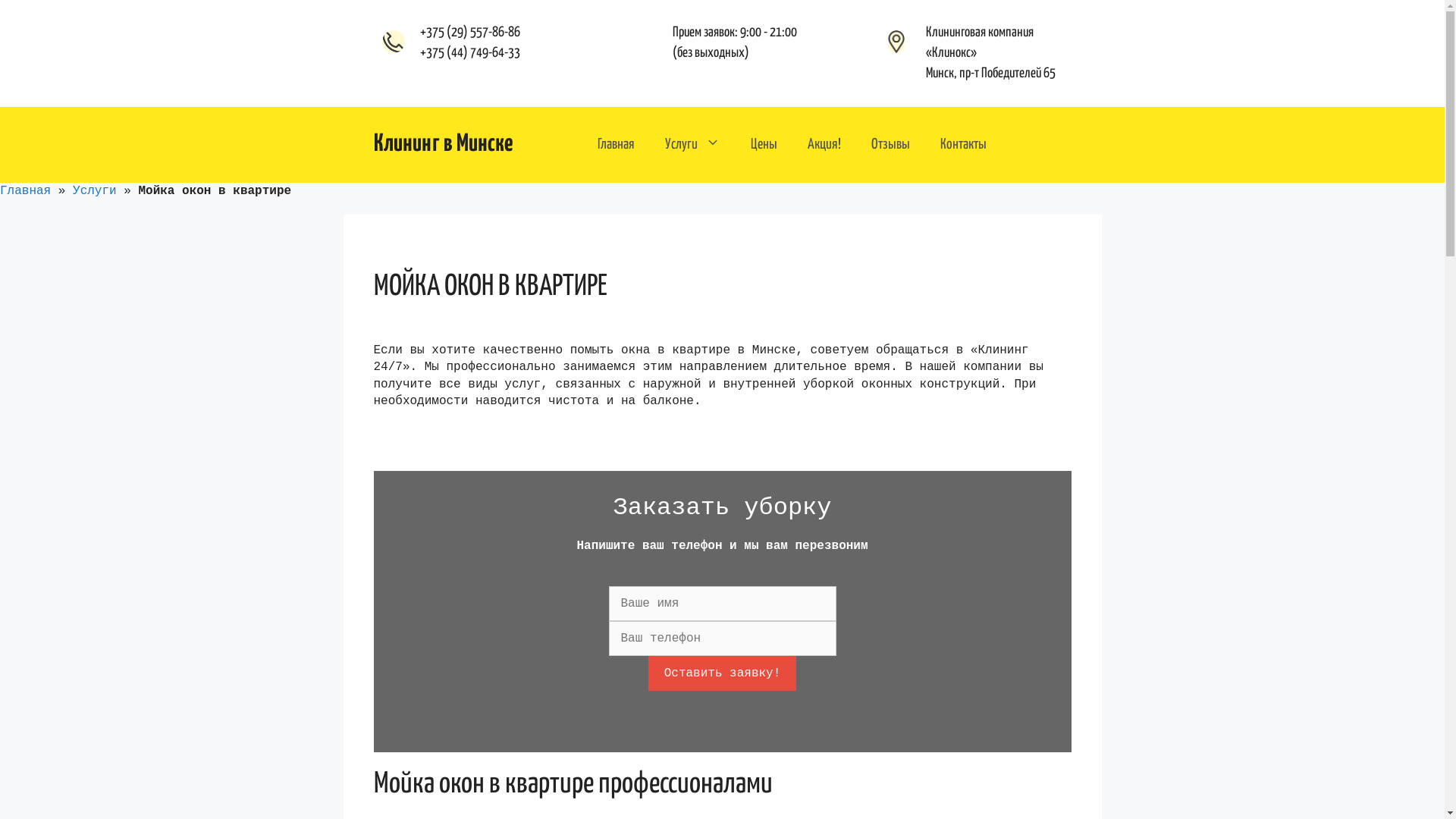  What do you see at coordinates (469, 32) in the screenshot?
I see `'+375 (29) 557-86-86'` at bounding box center [469, 32].